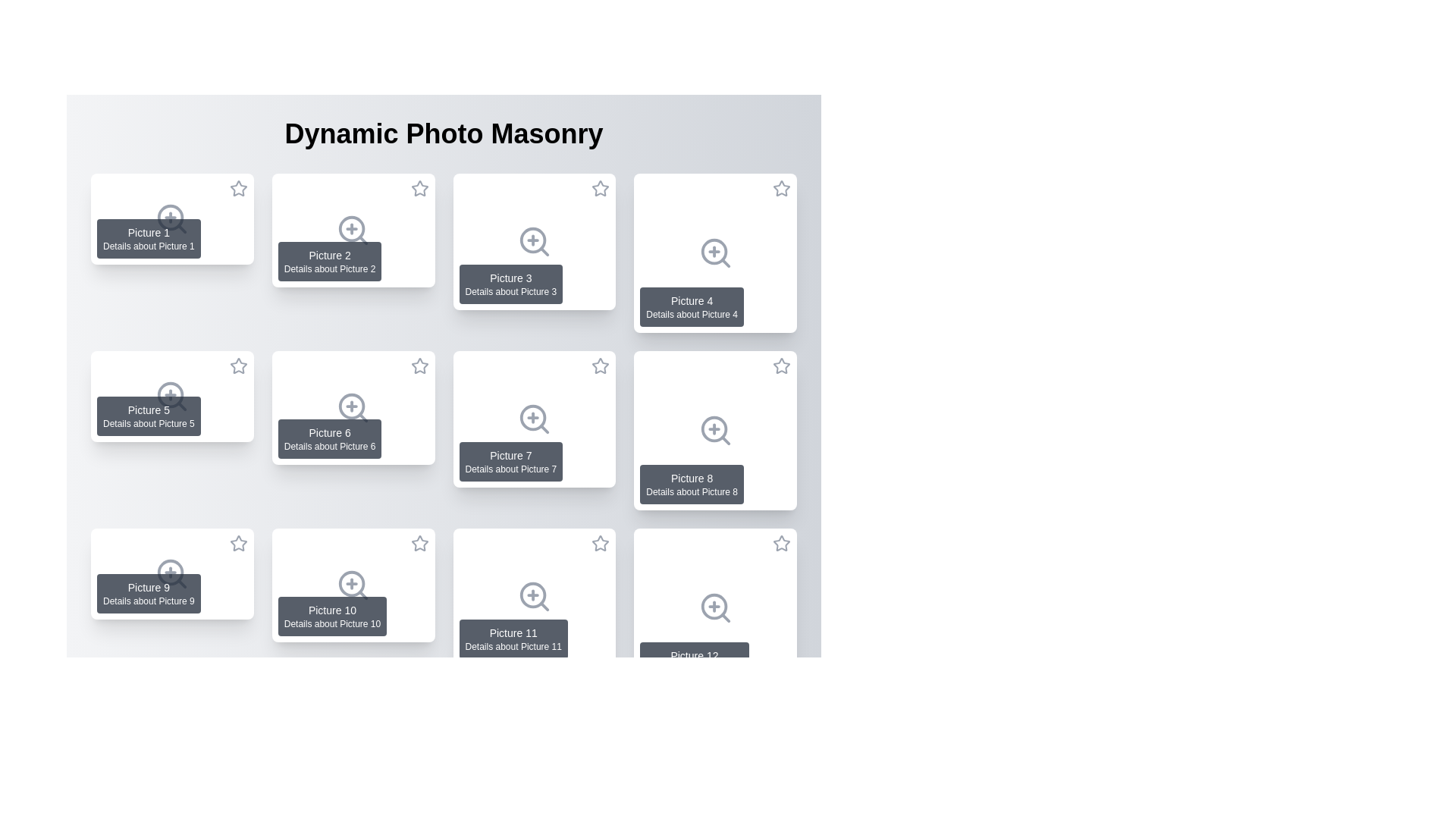 The width and height of the screenshot is (1456, 819). What do you see at coordinates (419, 543) in the screenshot?
I see `the star icon with a thin, gray outline and a hollow center in the top-right corner of the card labeled 'Picture 10' to mark it as favorite` at bounding box center [419, 543].